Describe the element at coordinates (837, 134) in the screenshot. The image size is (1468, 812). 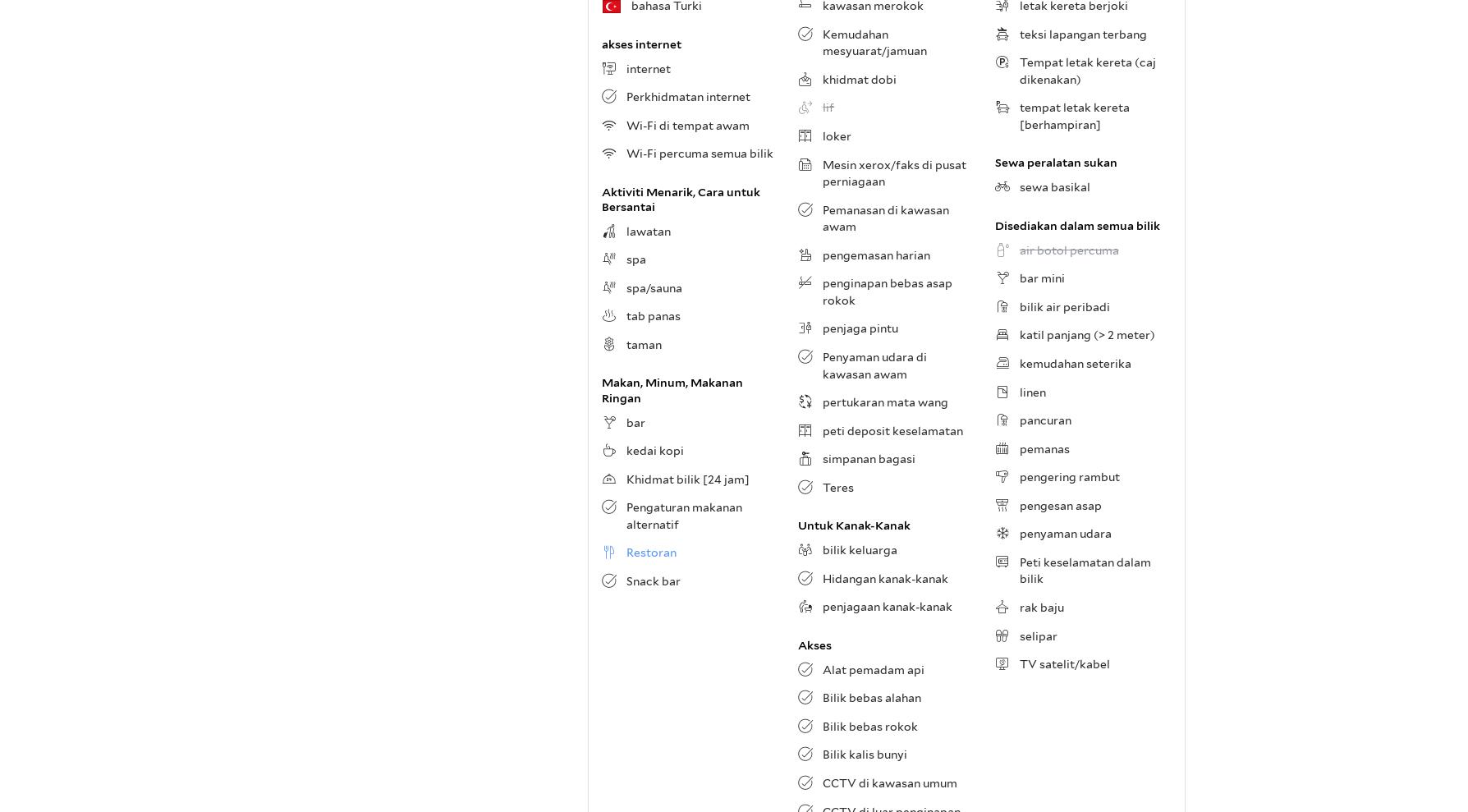
I see `'loker'` at that location.